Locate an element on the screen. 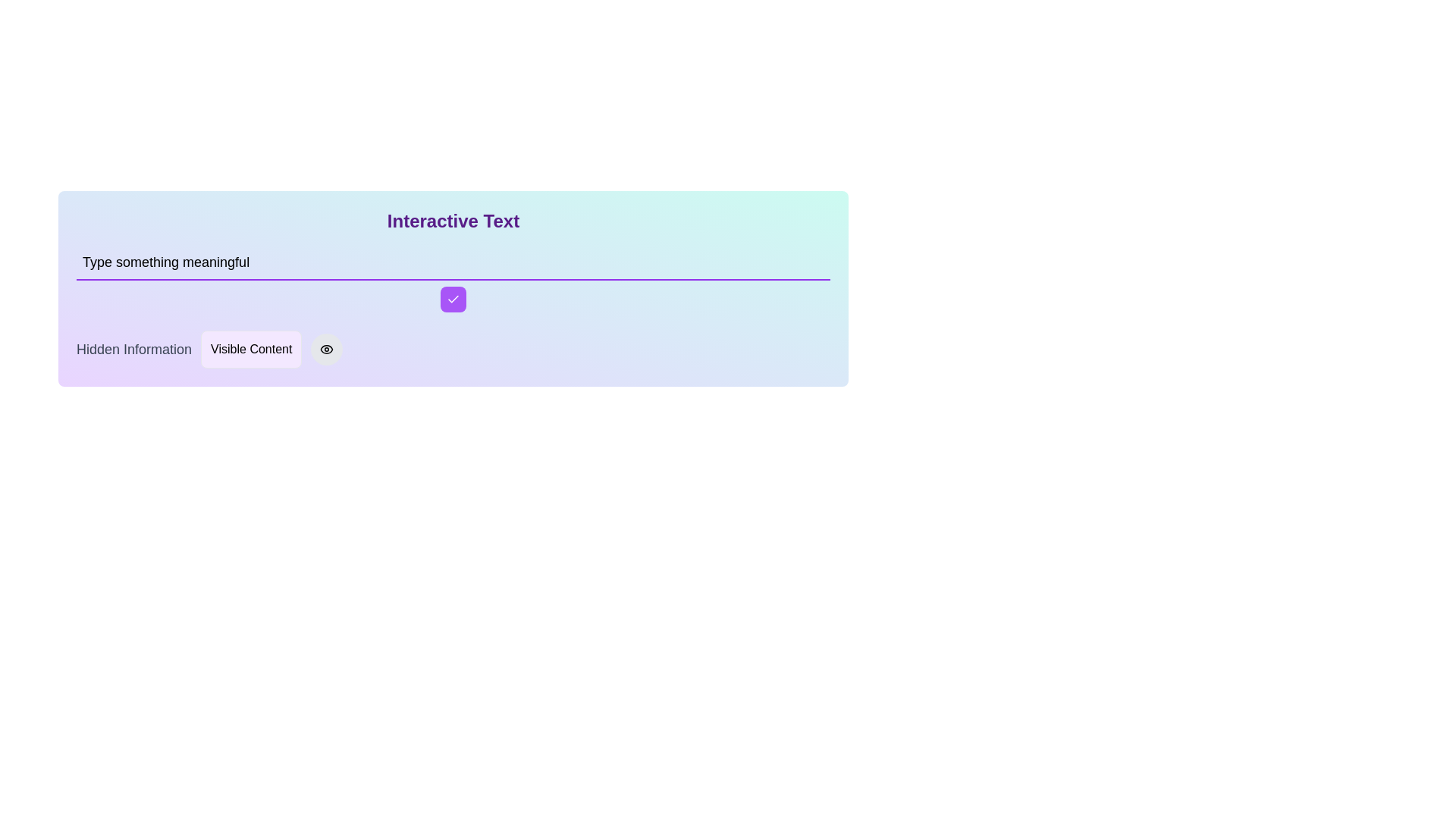 The height and width of the screenshot is (819, 1456). text from the Text Label that contains 'Hidden Information', which is styled prominently in bold dark gray font on a pale purple background, located in the lower-left area of the interface is located at coordinates (134, 350).